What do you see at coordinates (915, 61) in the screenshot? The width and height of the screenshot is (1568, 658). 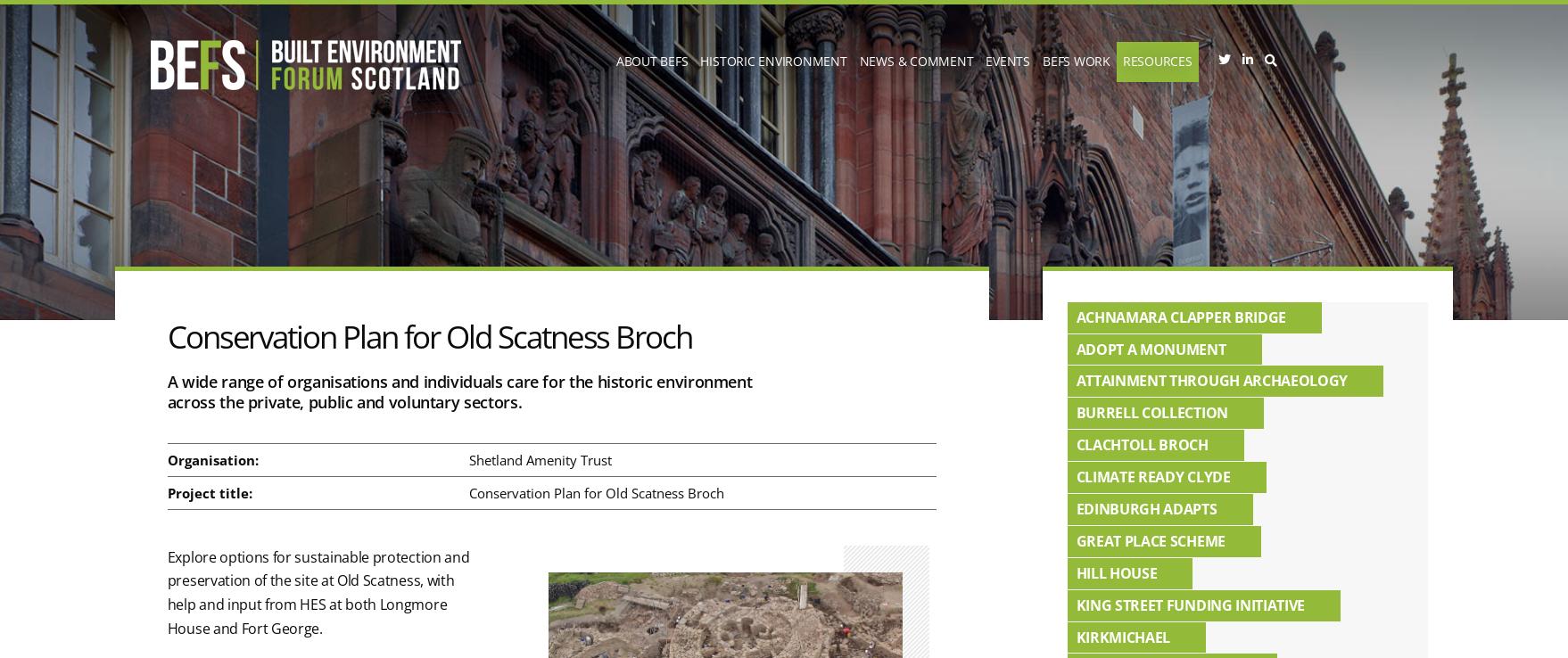 I see `'News & Comment'` at bounding box center [915, 61].